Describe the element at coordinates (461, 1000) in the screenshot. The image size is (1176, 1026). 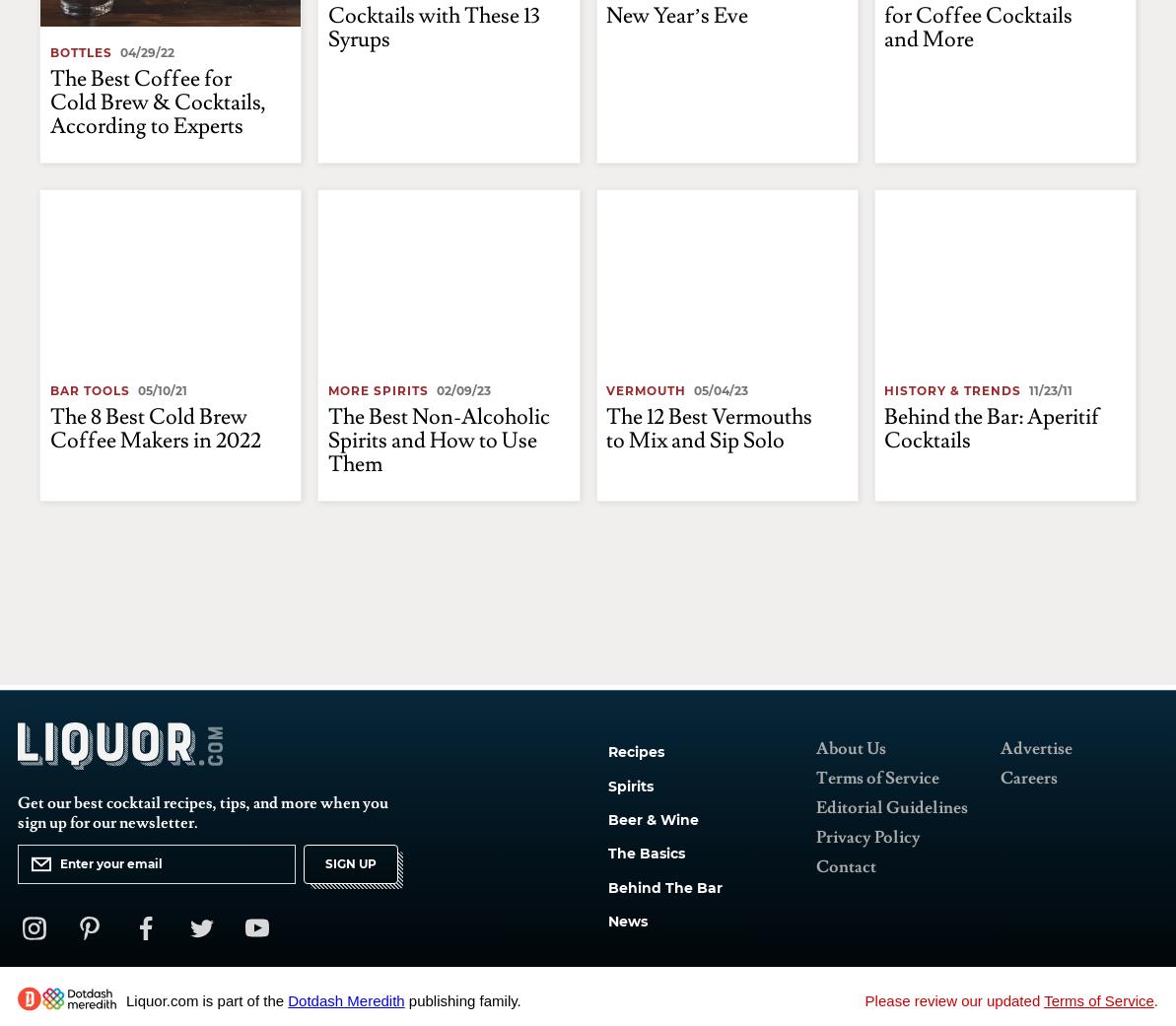
I see `'publishing family.'` at that location.